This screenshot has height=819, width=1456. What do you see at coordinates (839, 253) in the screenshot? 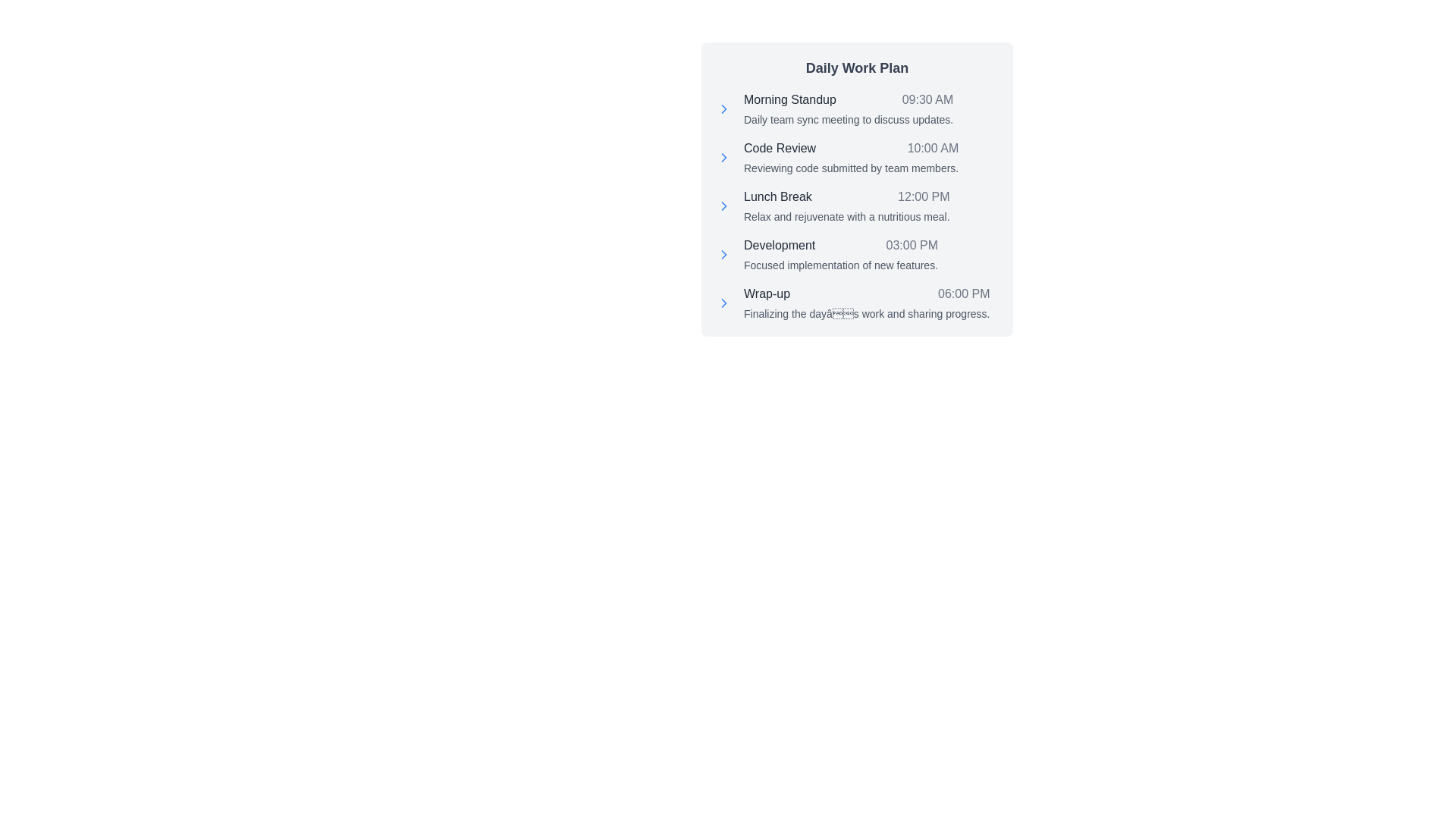
I see `the list item titled 'Development' which includes the time '03:00 PM' and the description 'Focused implementation of new features.'` at bounding box center [839, 253].